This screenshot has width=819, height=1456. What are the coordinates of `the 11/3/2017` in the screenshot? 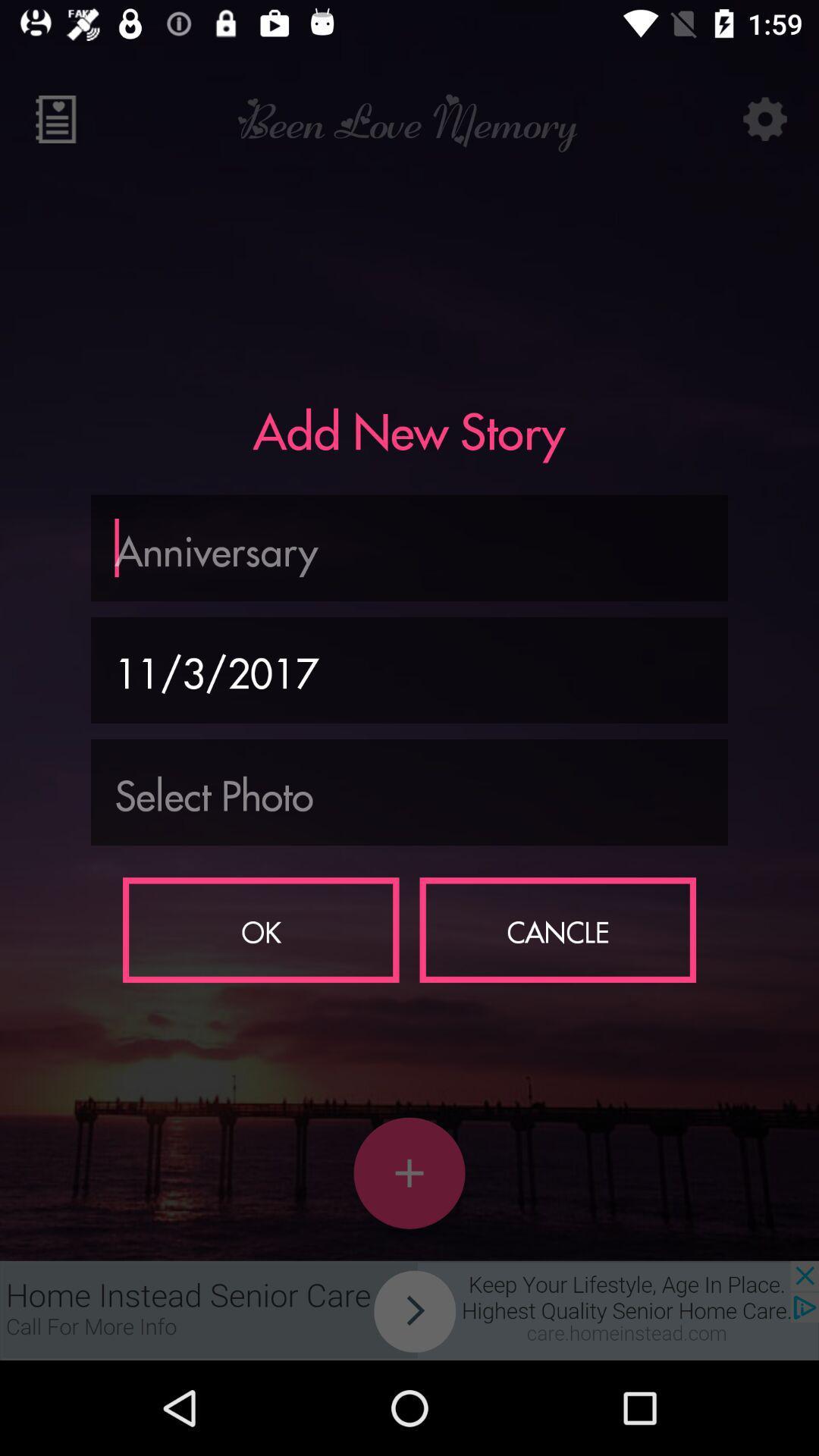 It's located at (409, 669).